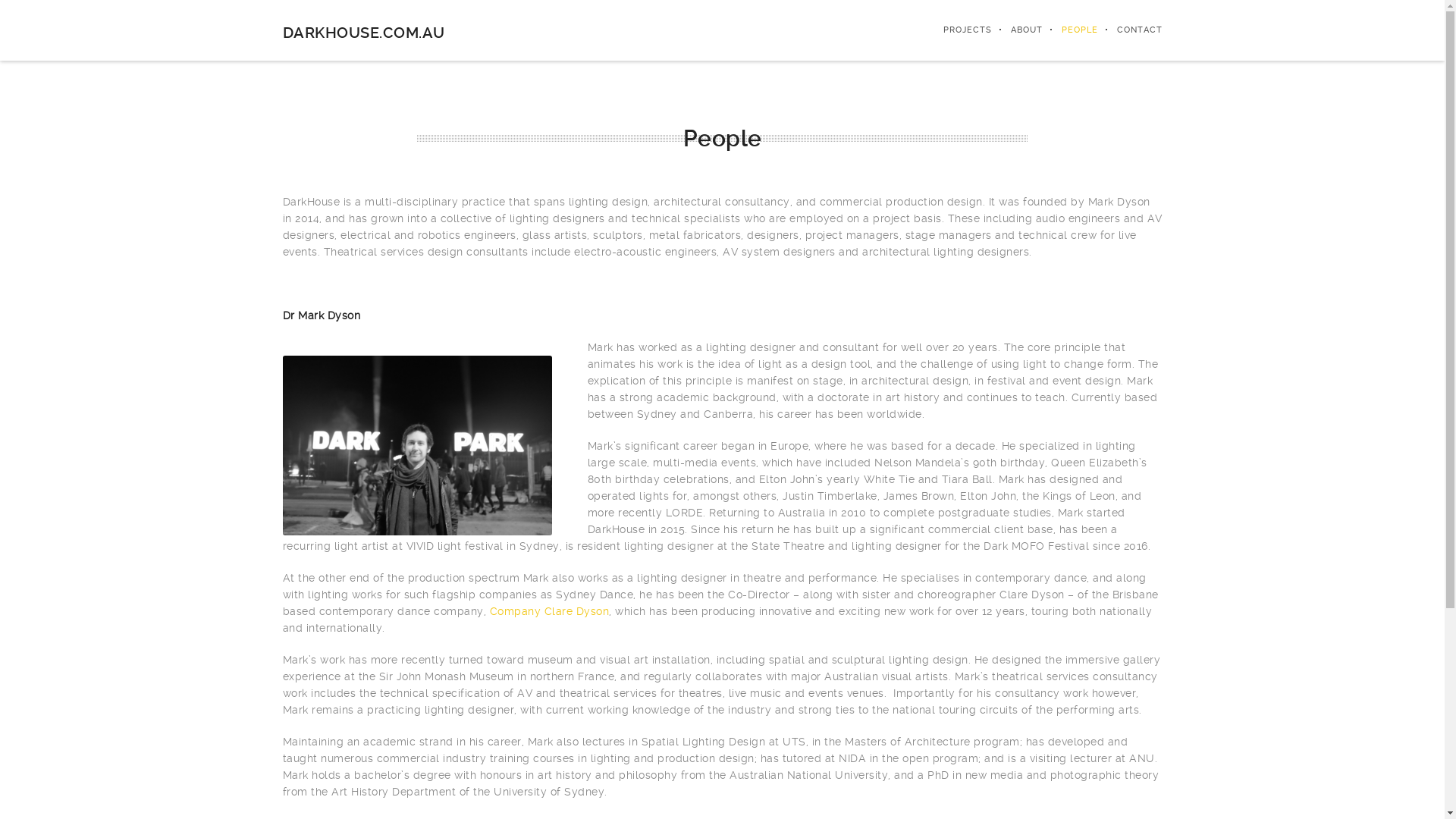  Describe the element at coordinates (1130, 30) in the screenshot. I see `'CONTACT'` at that location.